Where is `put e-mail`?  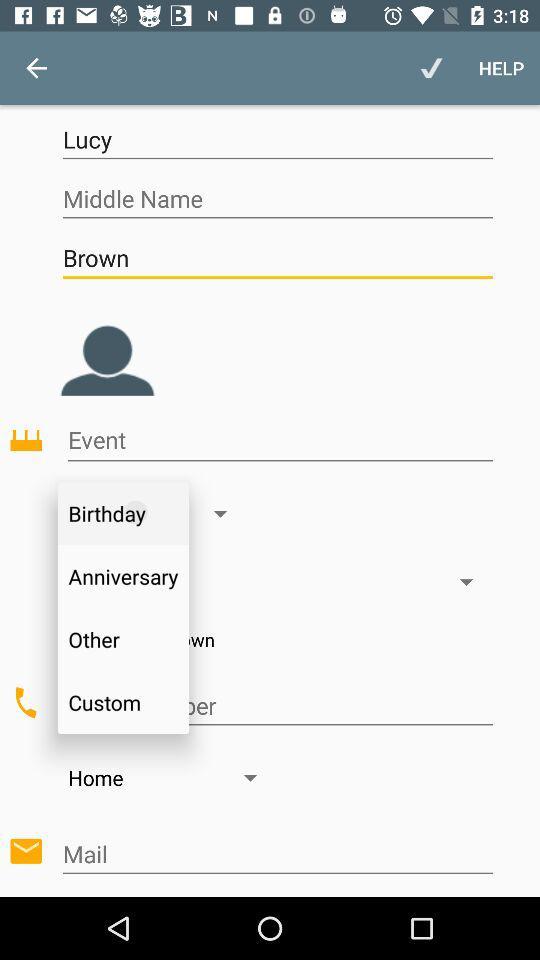 put e-mail is located at coordinates (276, 853).